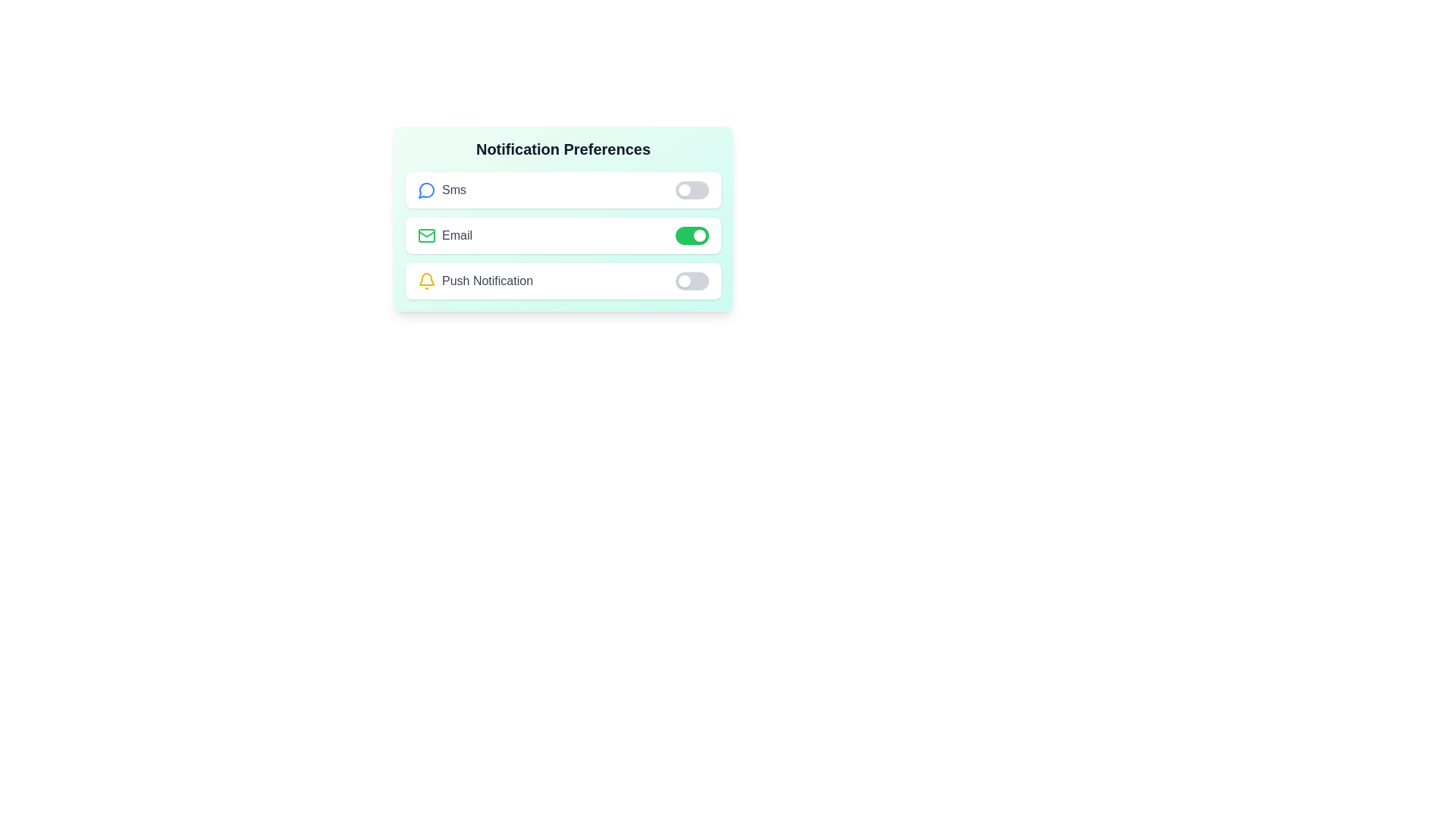 The height and width of the screenshot is (819, 1456). What do you see at coordinates (488, 281) in the screenshot?
I see `the Text Label that indicates the functionality of the nearby toggle switch for push notifications, located in the third row of notification preferences` at bounding box center [488, 281].